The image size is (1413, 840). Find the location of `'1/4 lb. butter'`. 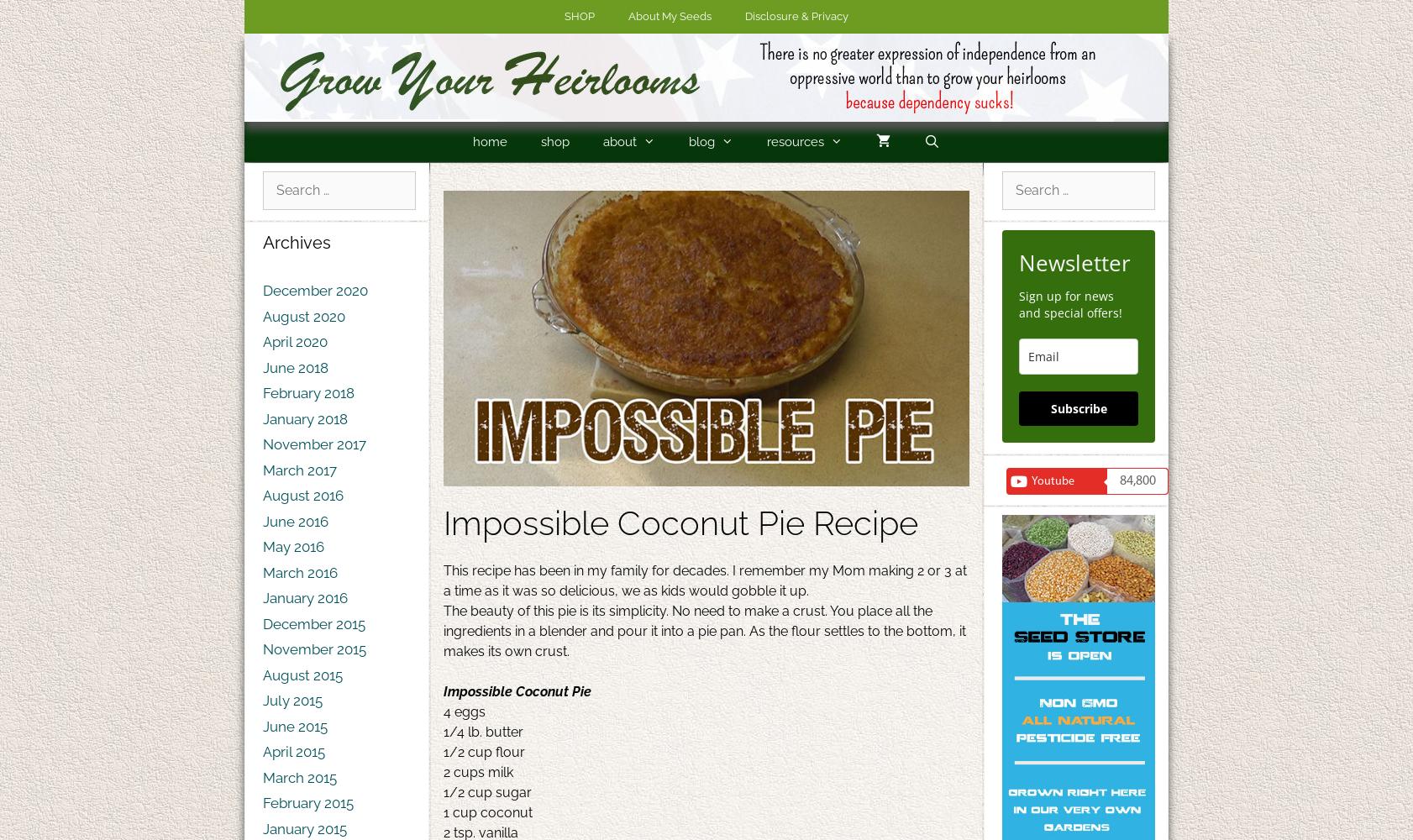

'1/4 lb. butter' is located at coordinates (483, 731).